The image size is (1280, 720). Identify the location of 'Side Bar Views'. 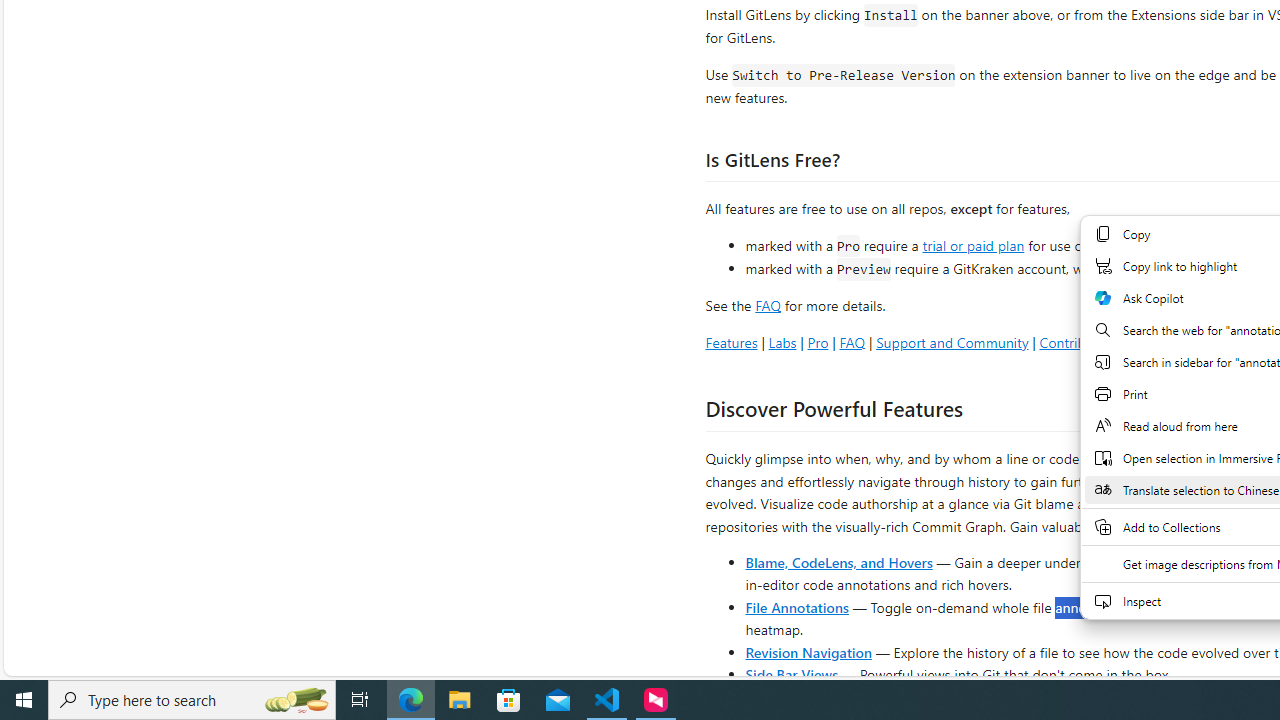
(790, 673).